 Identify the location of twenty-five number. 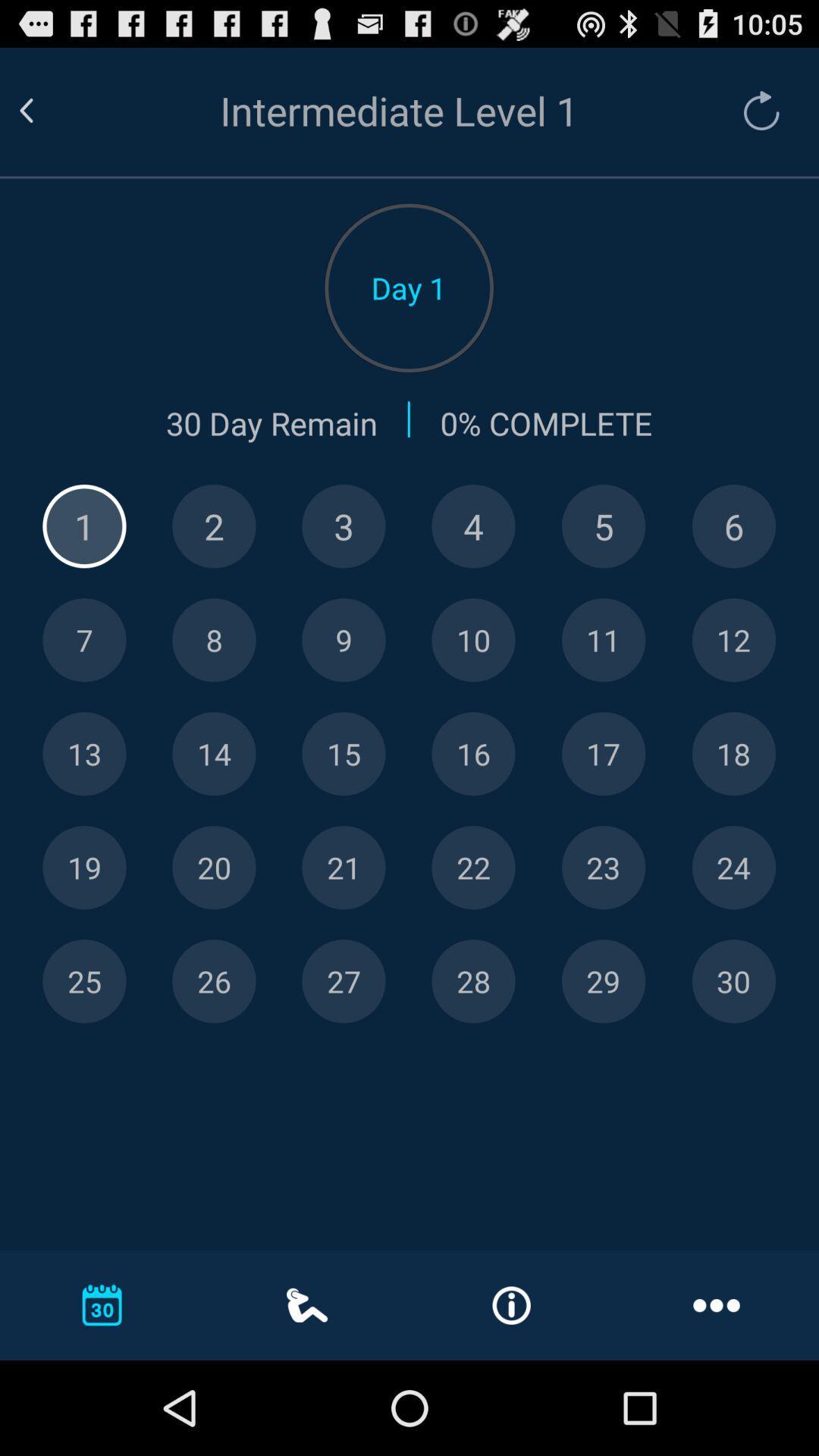
(84, 981).